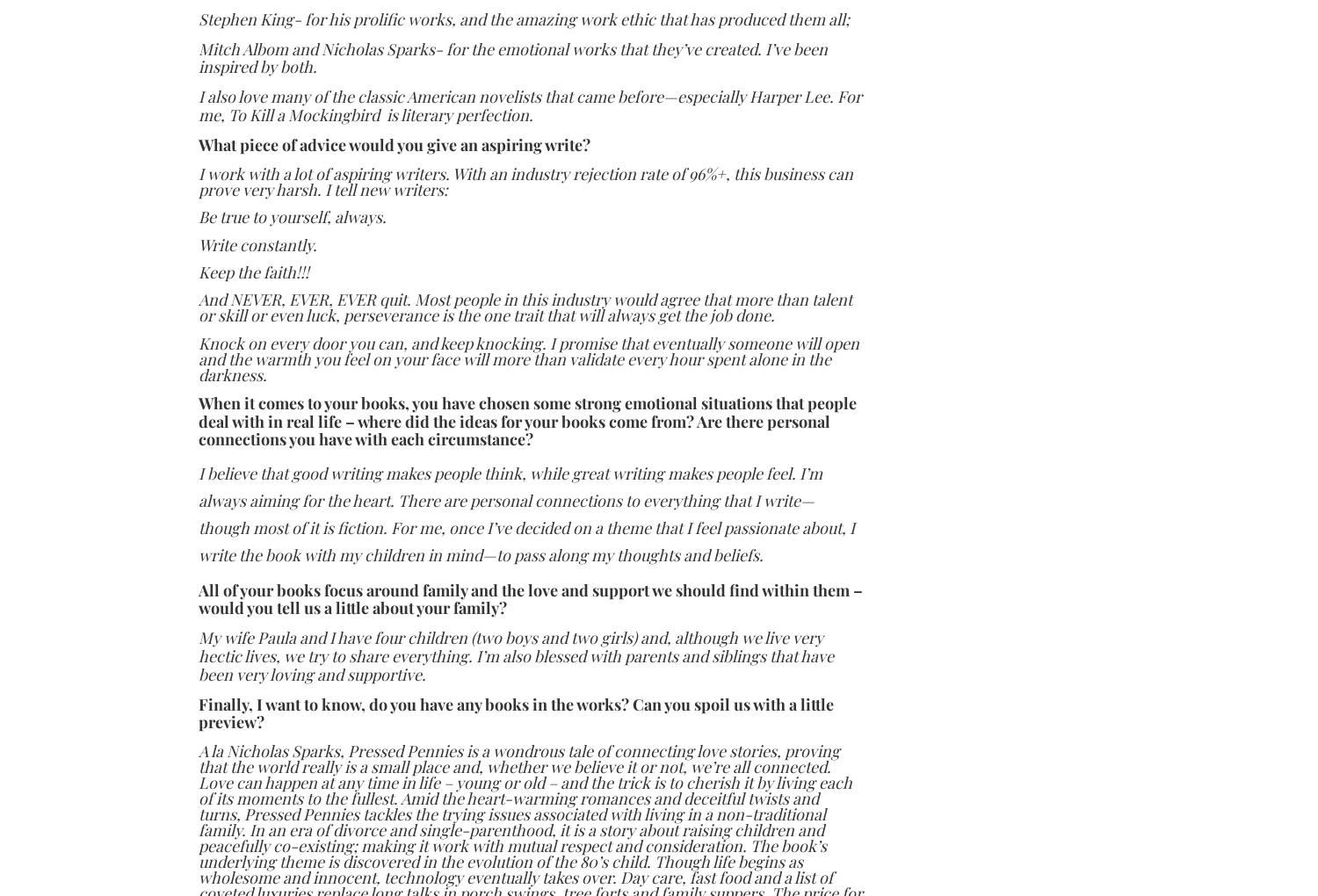  I want to click on 'Write constantly.', so click(257, 242).